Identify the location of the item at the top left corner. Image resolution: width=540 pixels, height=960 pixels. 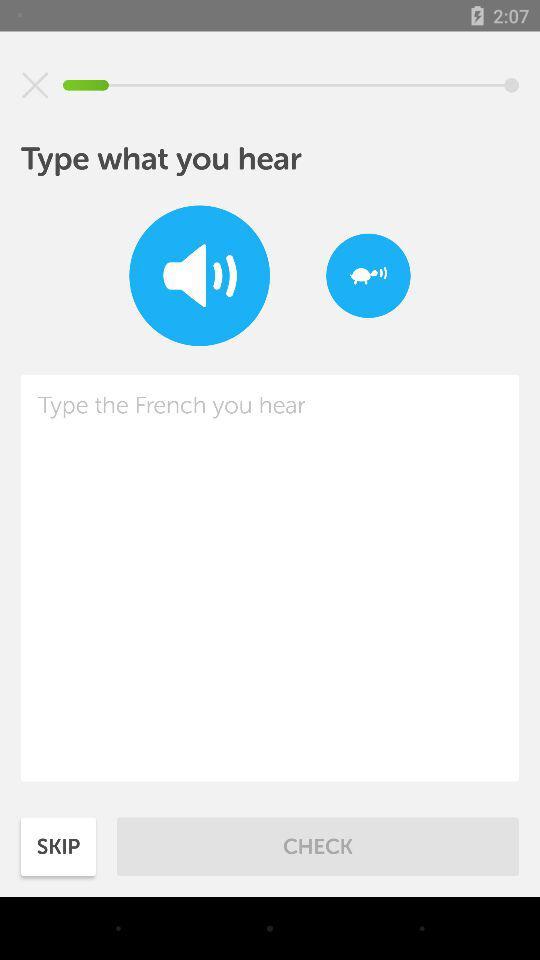
(35, 85).